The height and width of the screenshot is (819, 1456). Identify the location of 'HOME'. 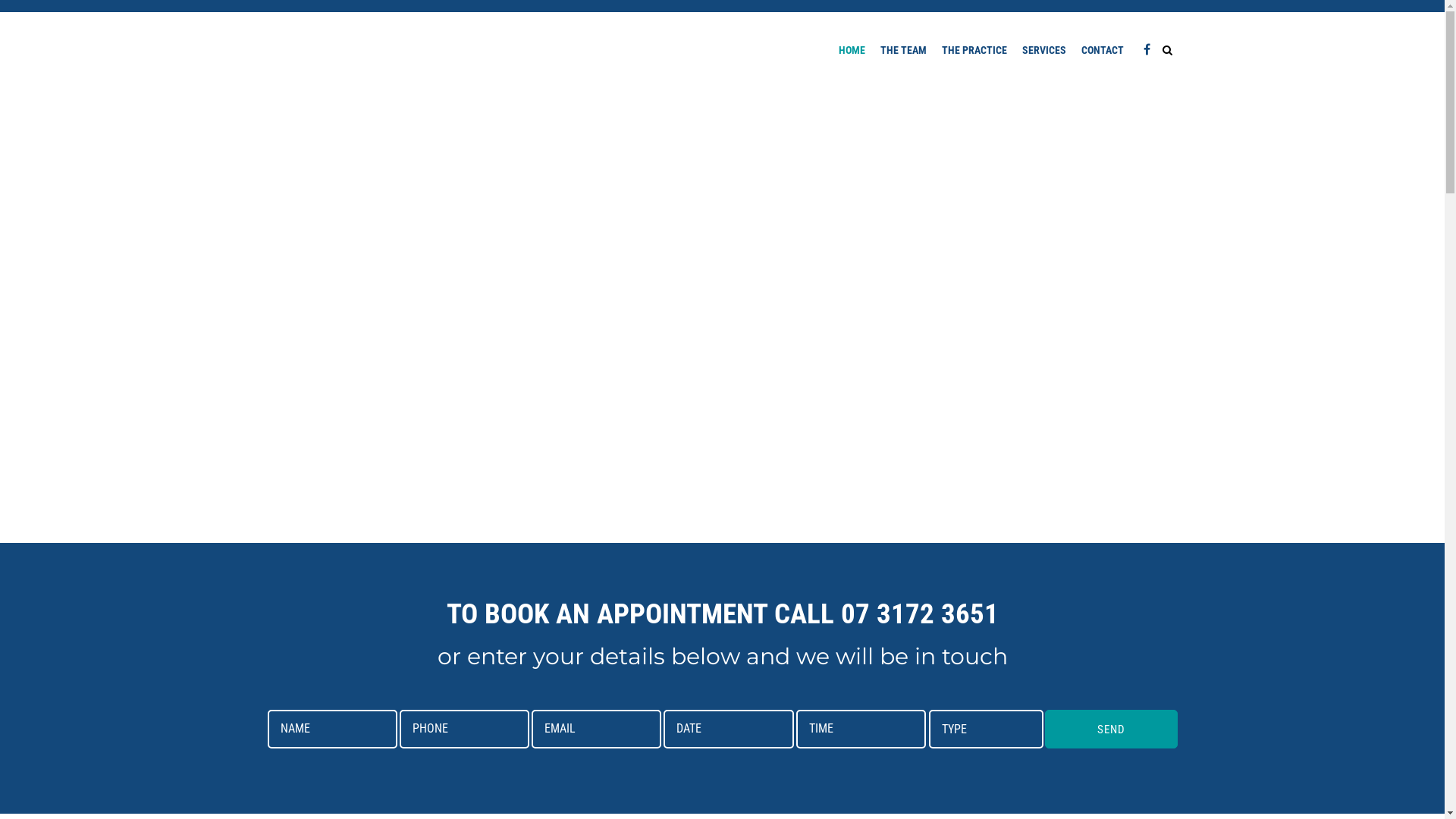
(852, 49).